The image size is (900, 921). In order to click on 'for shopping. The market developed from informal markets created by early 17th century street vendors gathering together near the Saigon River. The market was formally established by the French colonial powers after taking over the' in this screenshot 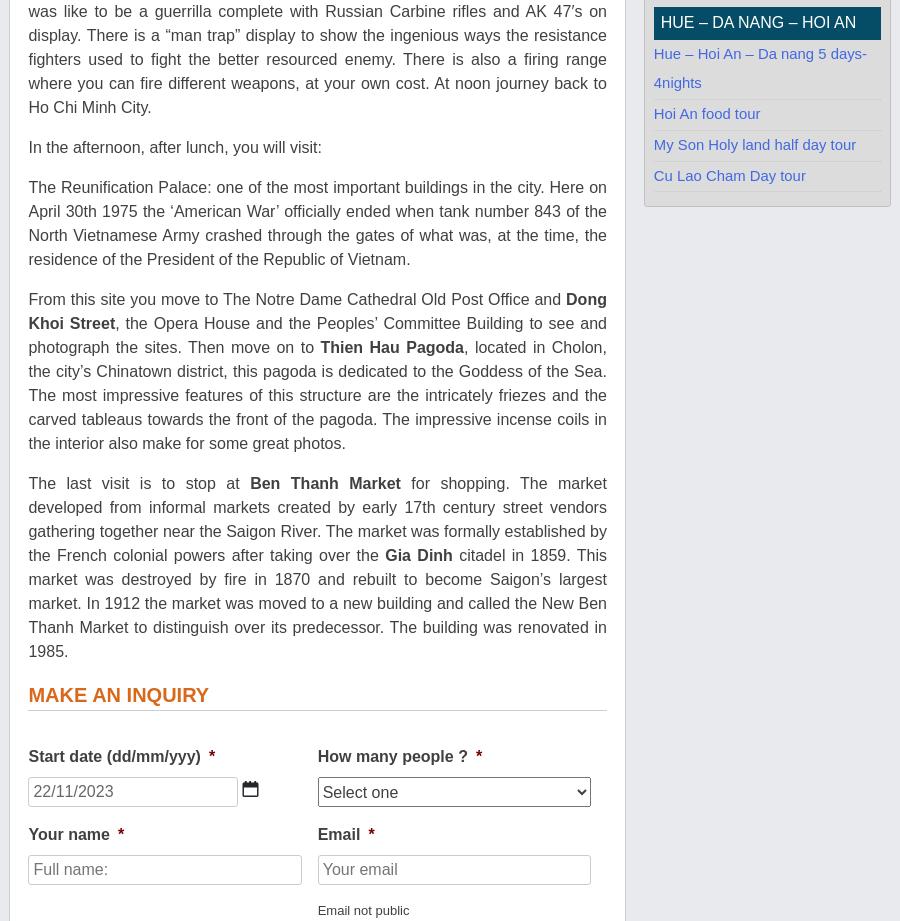, I will do `click(315, 518)`.